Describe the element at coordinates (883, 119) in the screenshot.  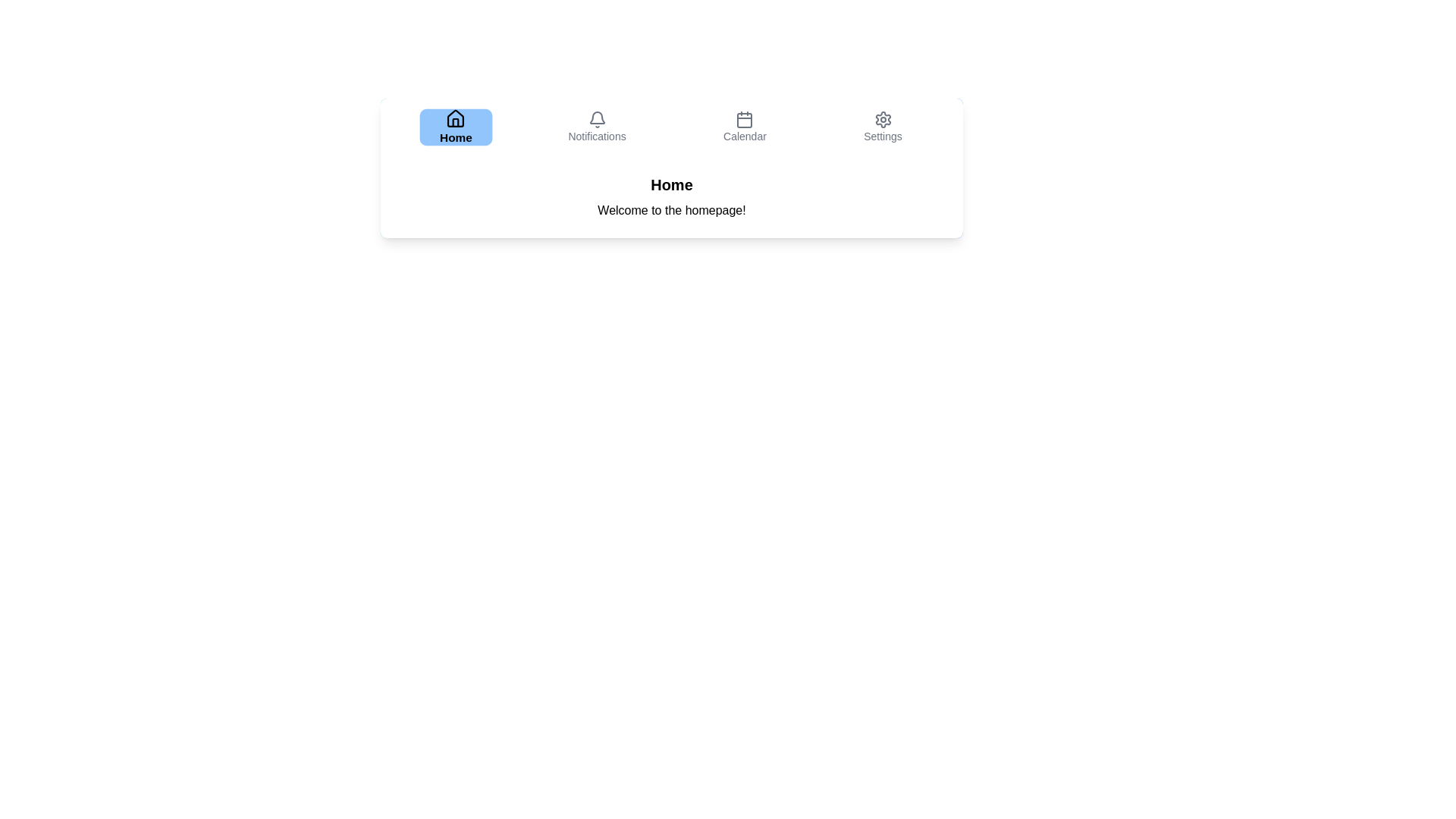
I see `the gear-shaped settings icon located in the top-right part of the interface, above the 'Settings' label` at that location.